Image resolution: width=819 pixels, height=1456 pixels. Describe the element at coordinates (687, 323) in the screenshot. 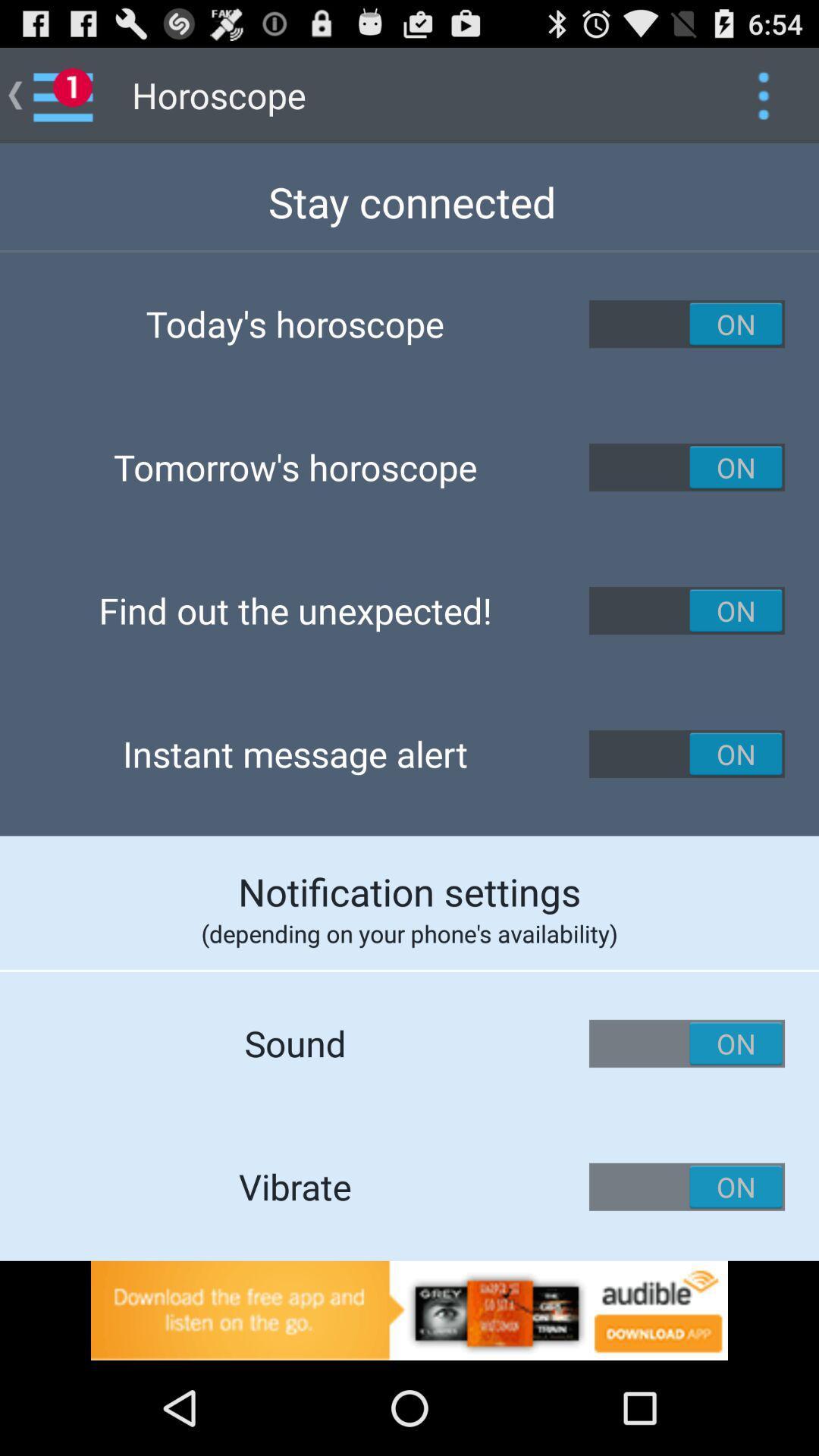

I see `switch on off option` at that location.